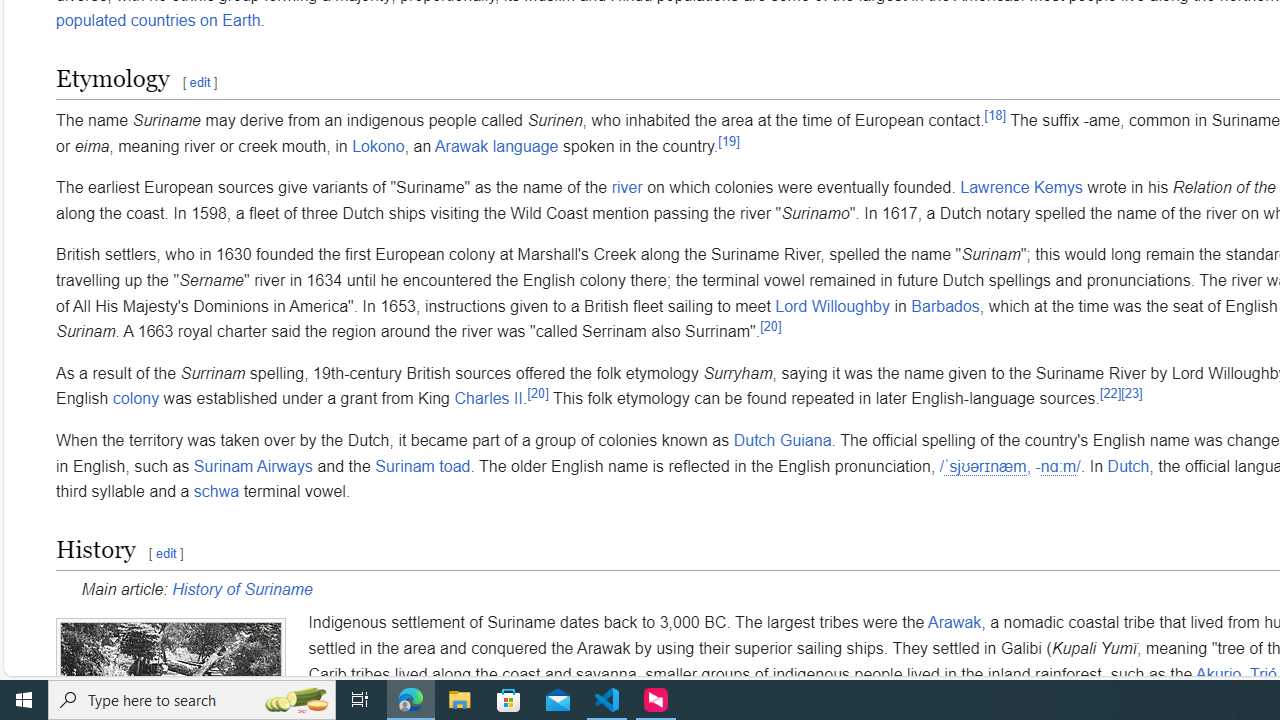 The width and height of the screenshot is (1280, 720). What do you see at coordinates (496, 144) in the screenshot?
I see `'Arawak language'` at bounding box center [496, 144].